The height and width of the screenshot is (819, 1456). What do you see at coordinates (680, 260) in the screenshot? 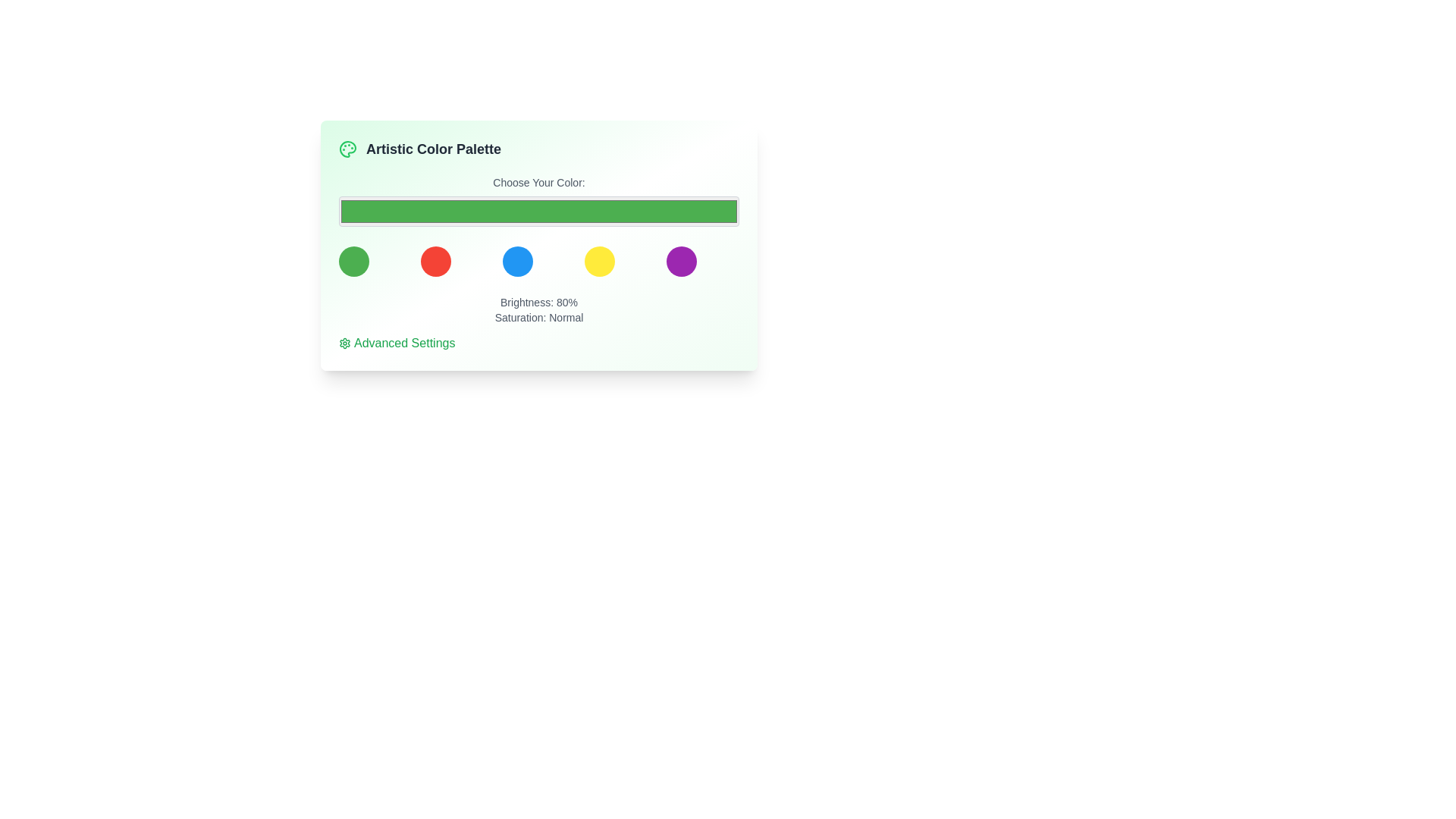
I see `the circular button with a purple background, which is the fifth in a row of five selections below 'Choose Your Color:'` at bounding box center [680, 260].